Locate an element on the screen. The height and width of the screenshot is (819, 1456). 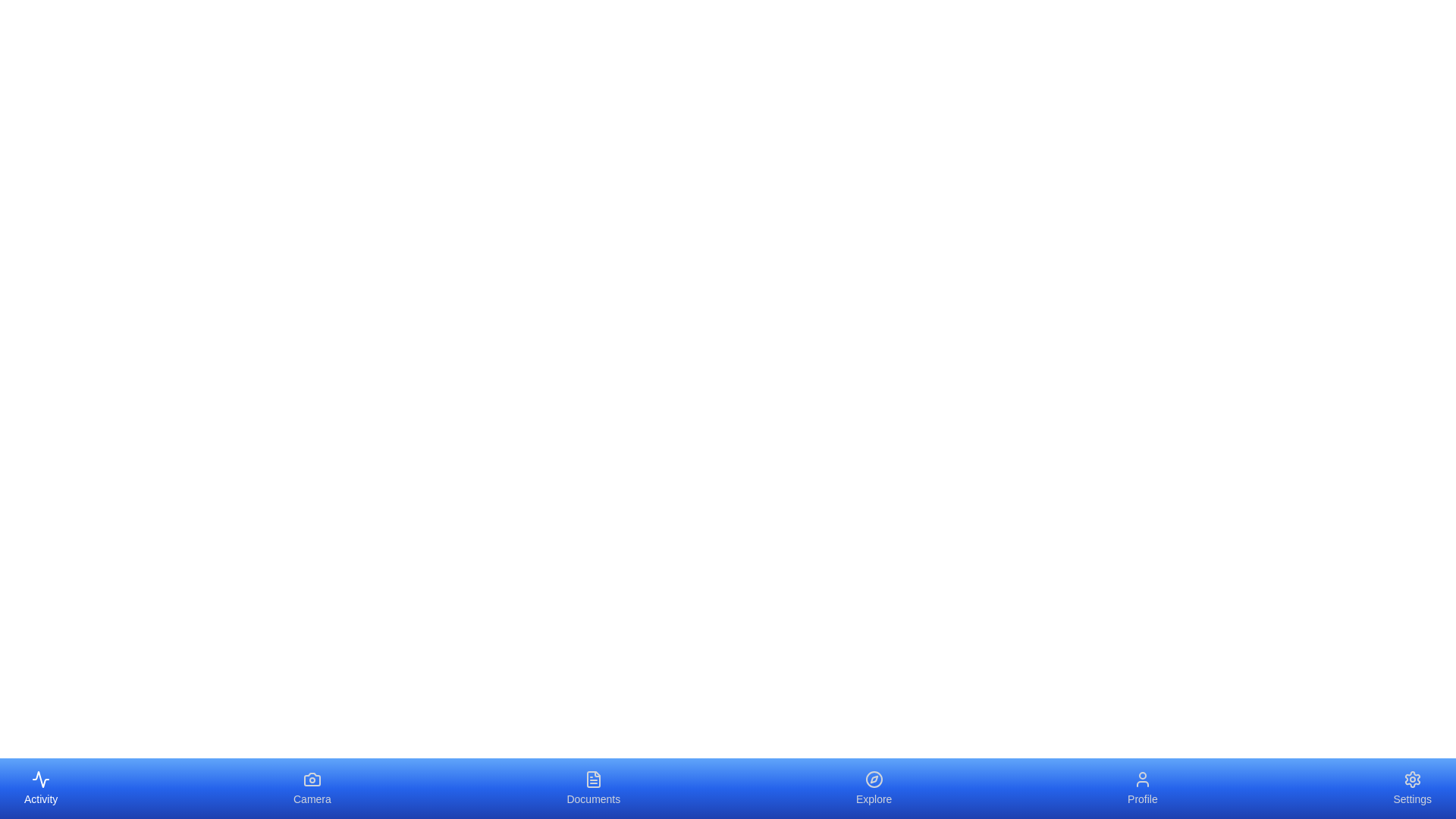
the tab labeled Activity is located at coordinates (40, 788).